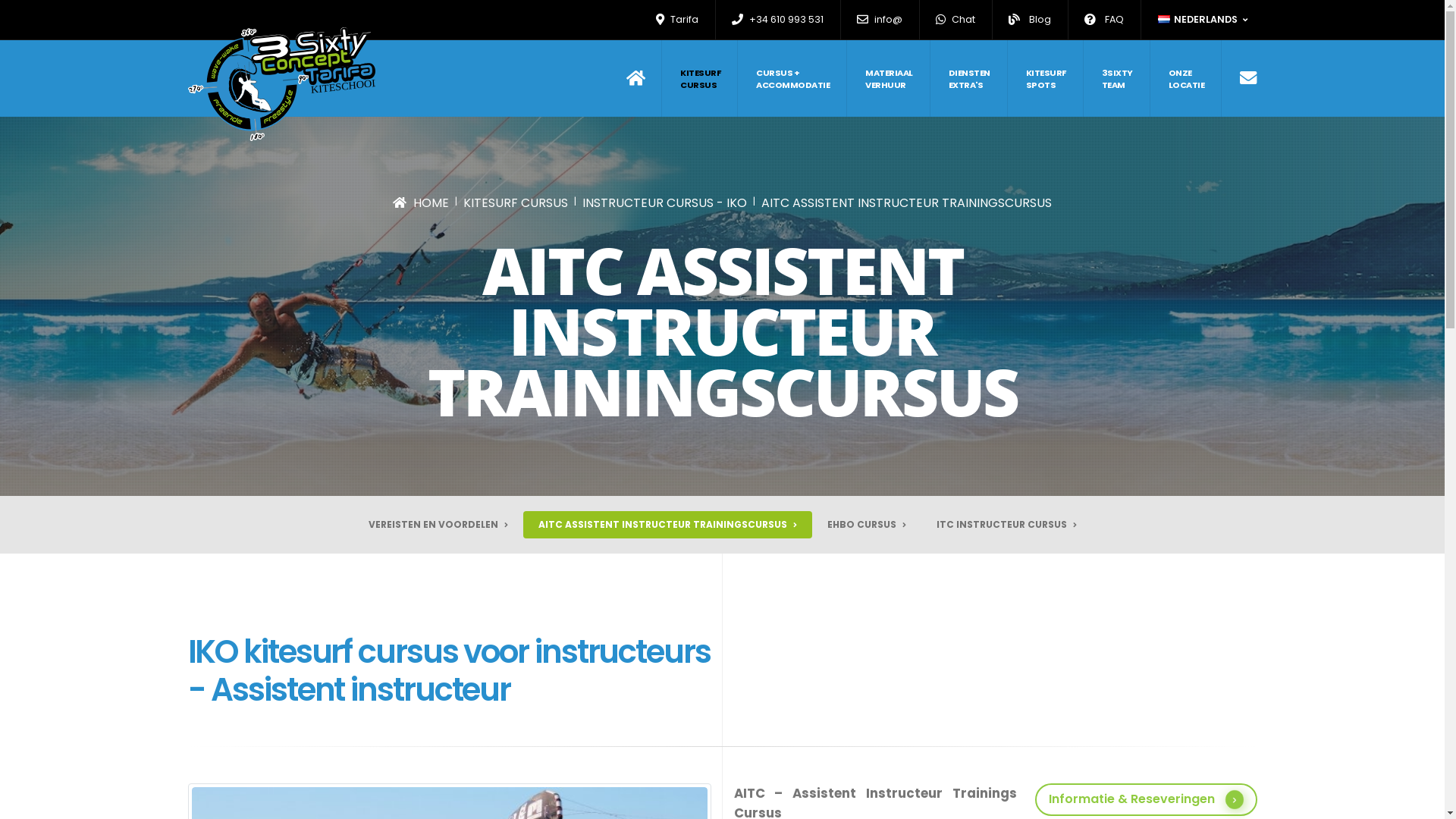  What do you see at coordinates (1117, 78) in the screenshot?
I see `'3SIXTY TEAM'` at bounding box center [1117, 78].